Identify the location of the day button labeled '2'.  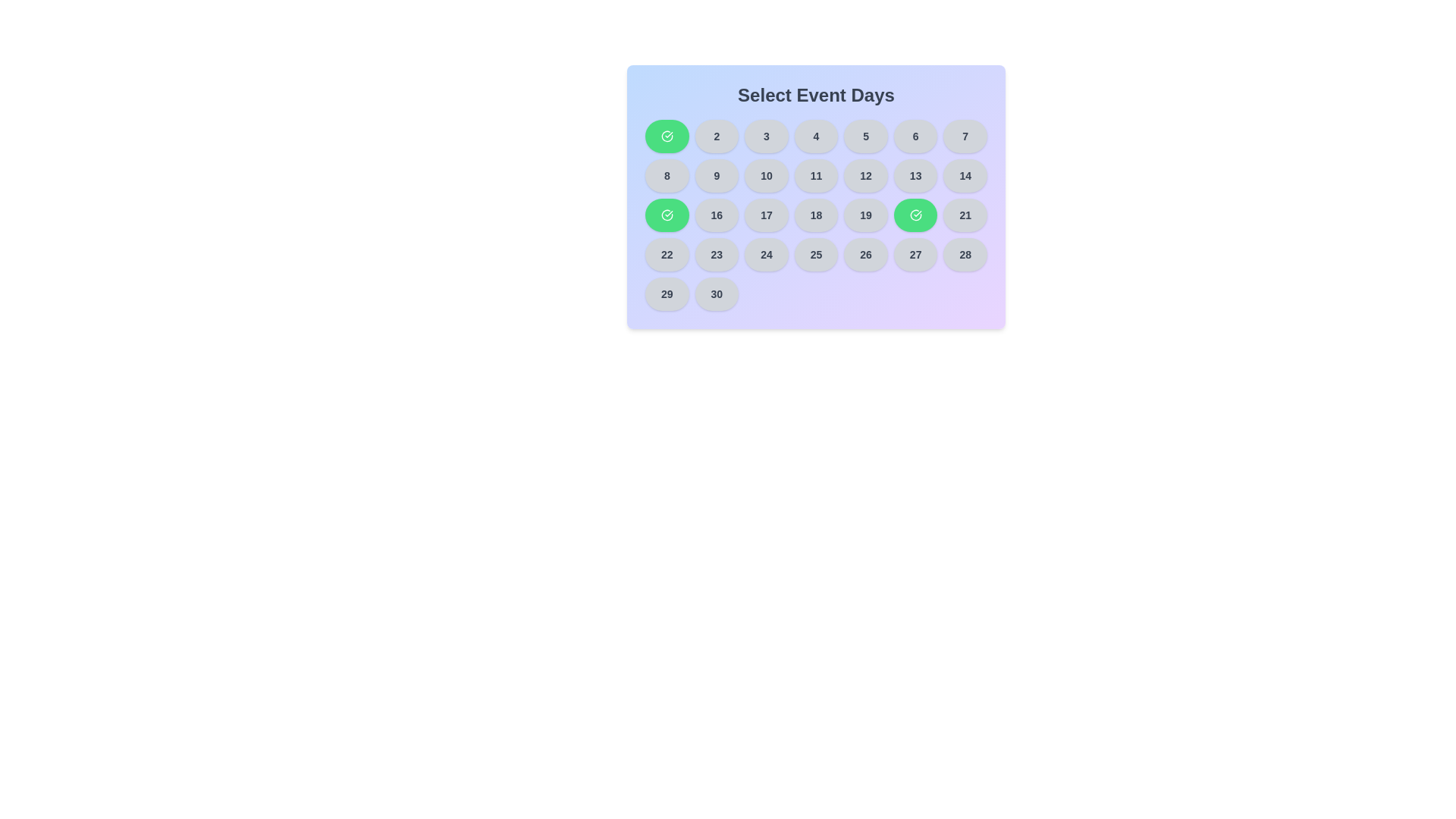
(716, 136).